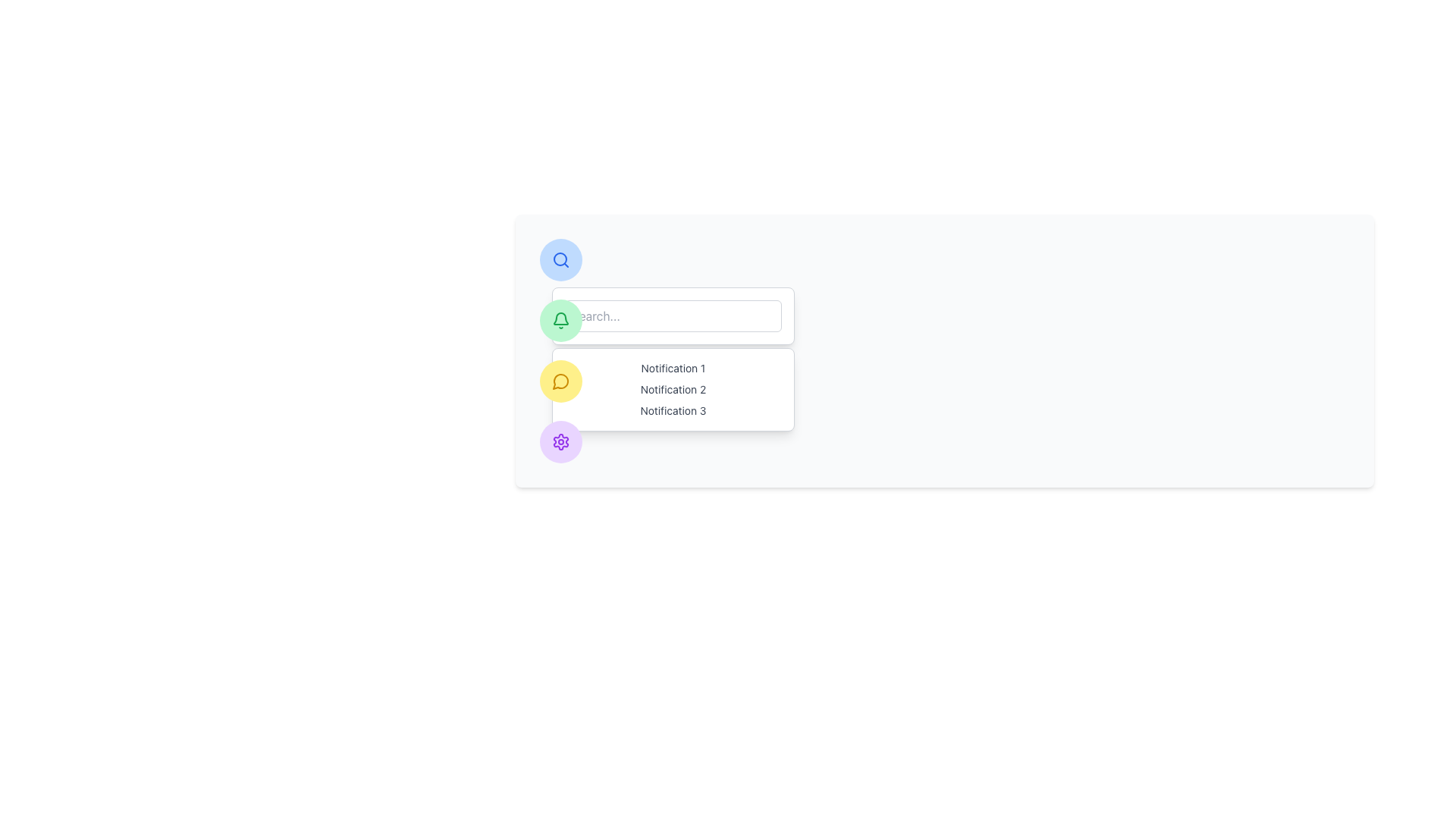 This screenshot has height=819, width=1456. I want to click on the settings button, which is the fourth button in a vertical stack on the left side of the interface, so click(560, 441).